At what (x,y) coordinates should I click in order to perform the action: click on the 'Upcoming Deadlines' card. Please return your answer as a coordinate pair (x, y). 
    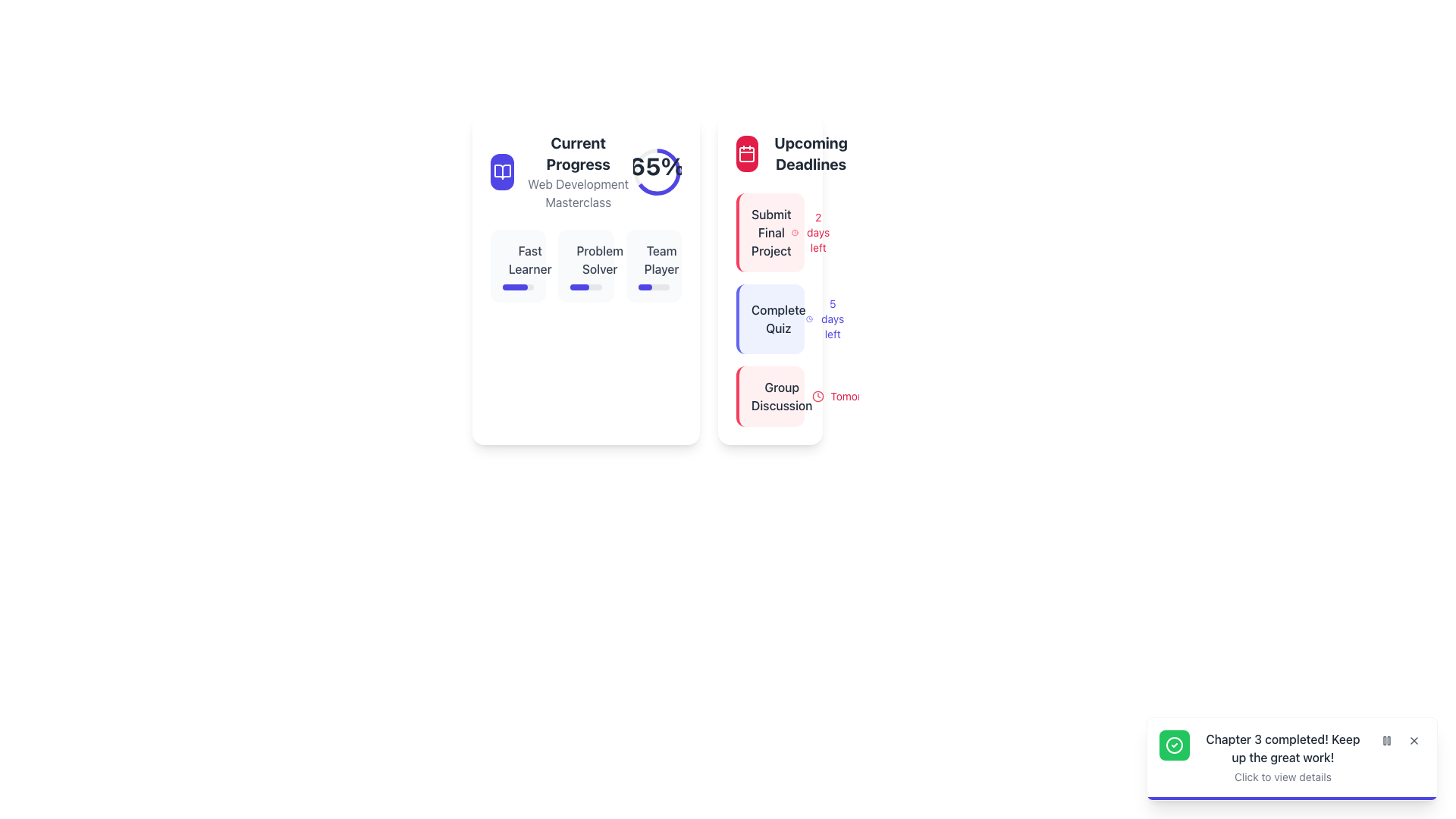
    Looking at the image, I should click on (770, 280).